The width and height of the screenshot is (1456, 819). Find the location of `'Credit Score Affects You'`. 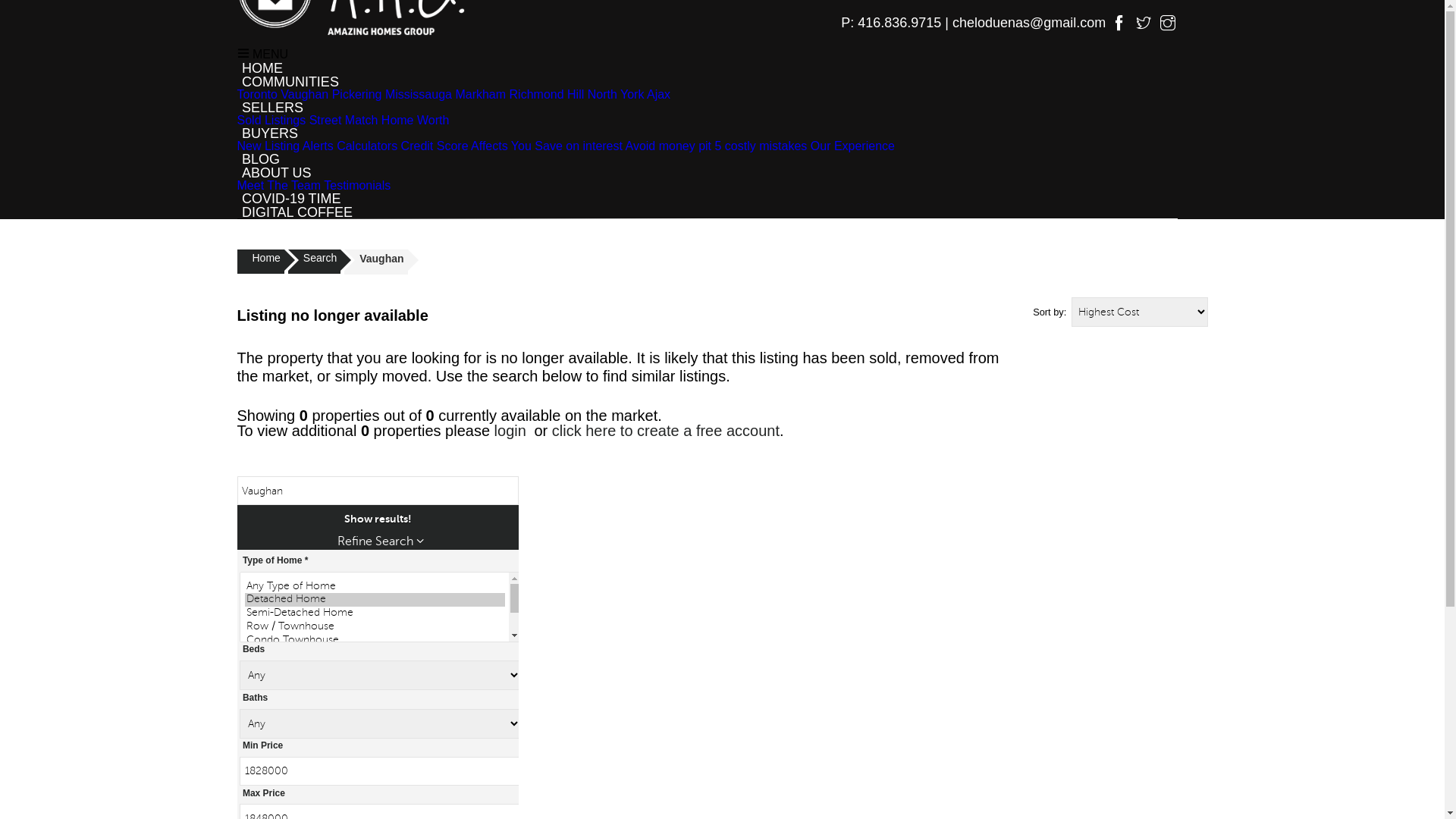

'Credit Score Affects You' is located at coordinates (465, 146).